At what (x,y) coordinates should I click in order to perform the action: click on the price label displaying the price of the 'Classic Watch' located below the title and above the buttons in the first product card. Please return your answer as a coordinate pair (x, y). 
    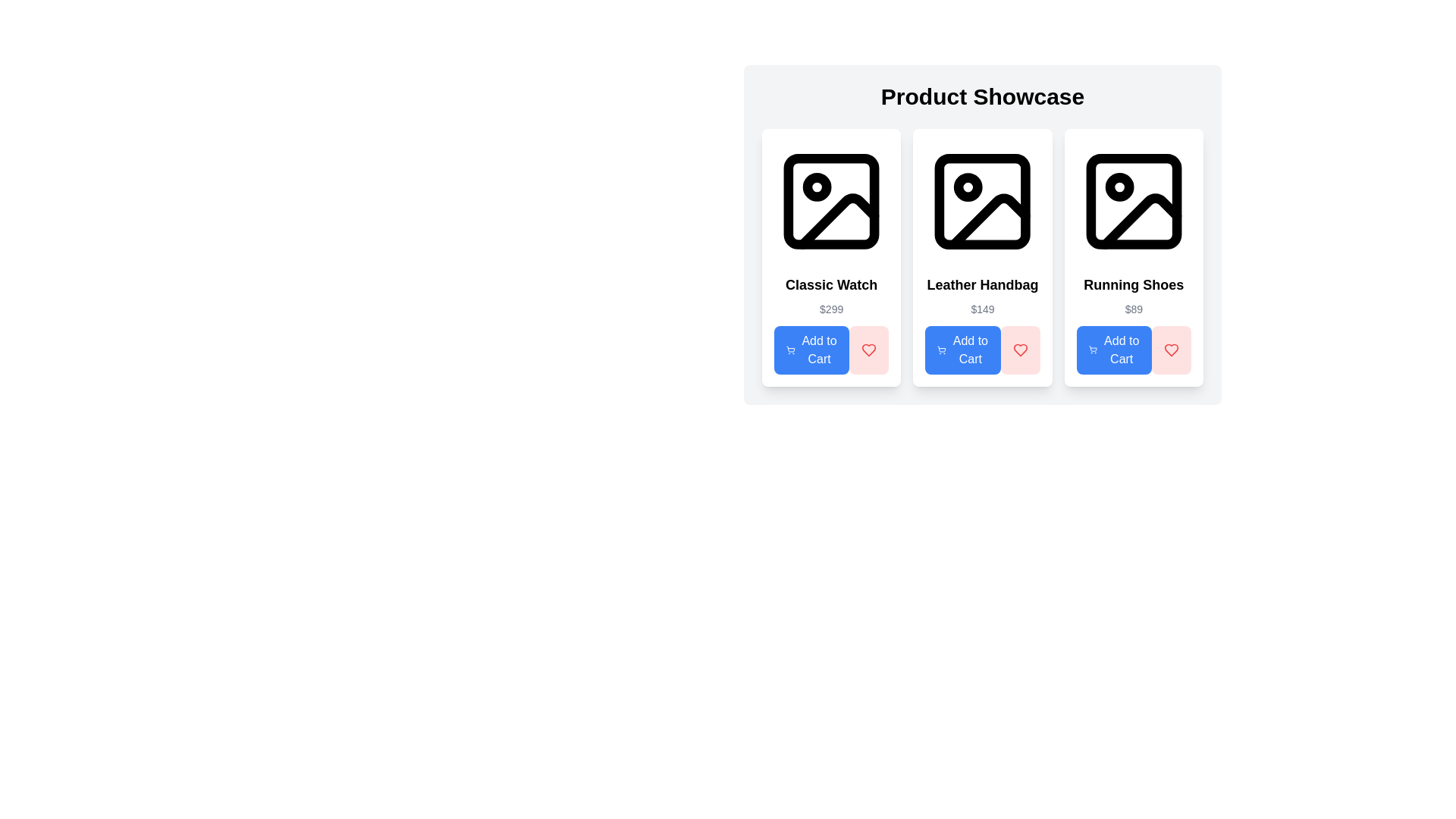
    Looking at the image, I should click on (830, 309).